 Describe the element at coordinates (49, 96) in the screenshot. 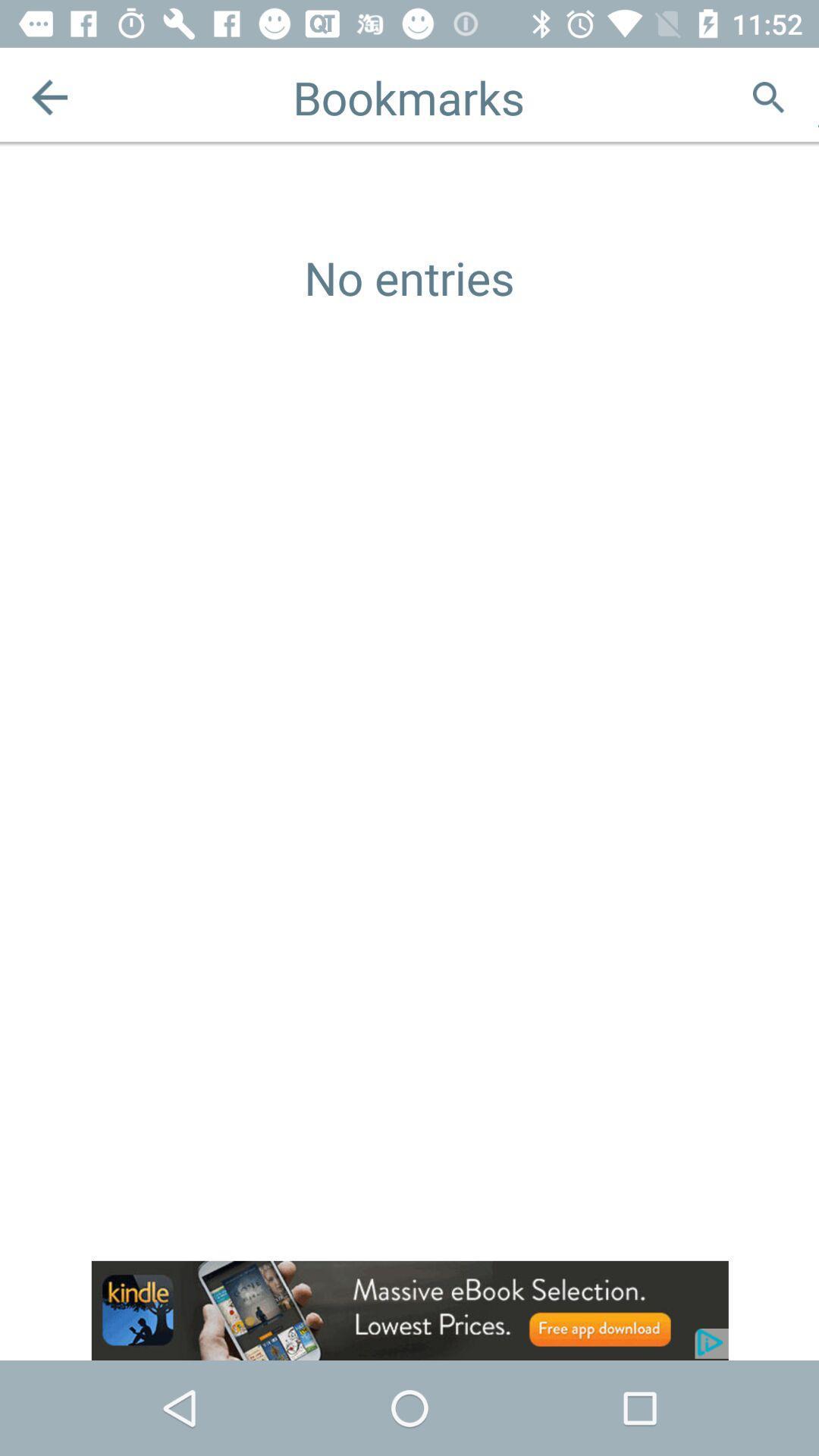

I see `the arrow_backward icon` at that location.